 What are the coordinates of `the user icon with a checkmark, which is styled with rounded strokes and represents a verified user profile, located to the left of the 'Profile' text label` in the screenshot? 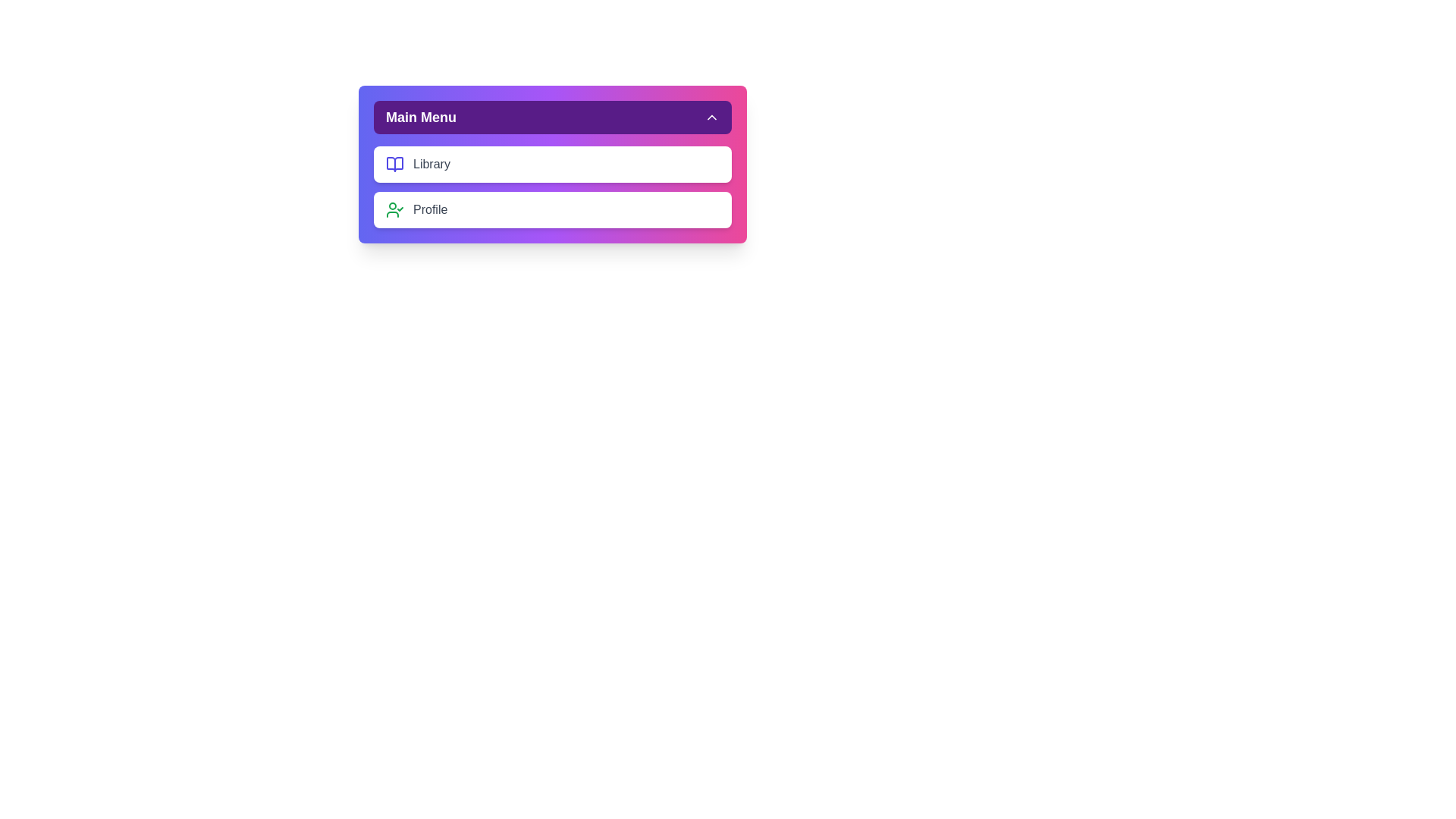 It's located at (395, 210).